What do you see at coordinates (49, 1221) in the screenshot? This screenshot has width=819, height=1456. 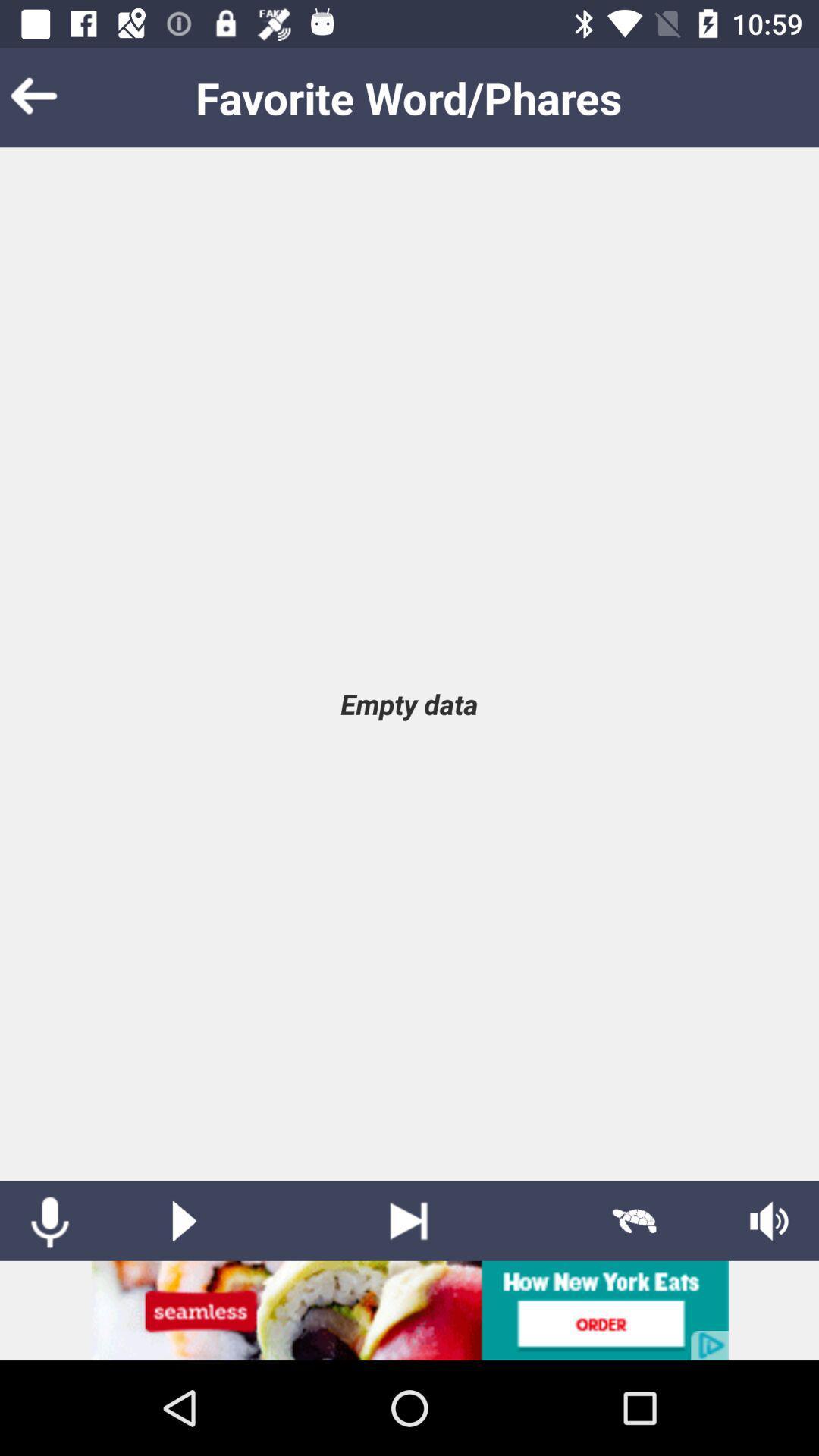 I see `voice button` at bounding box center [49, 1221].